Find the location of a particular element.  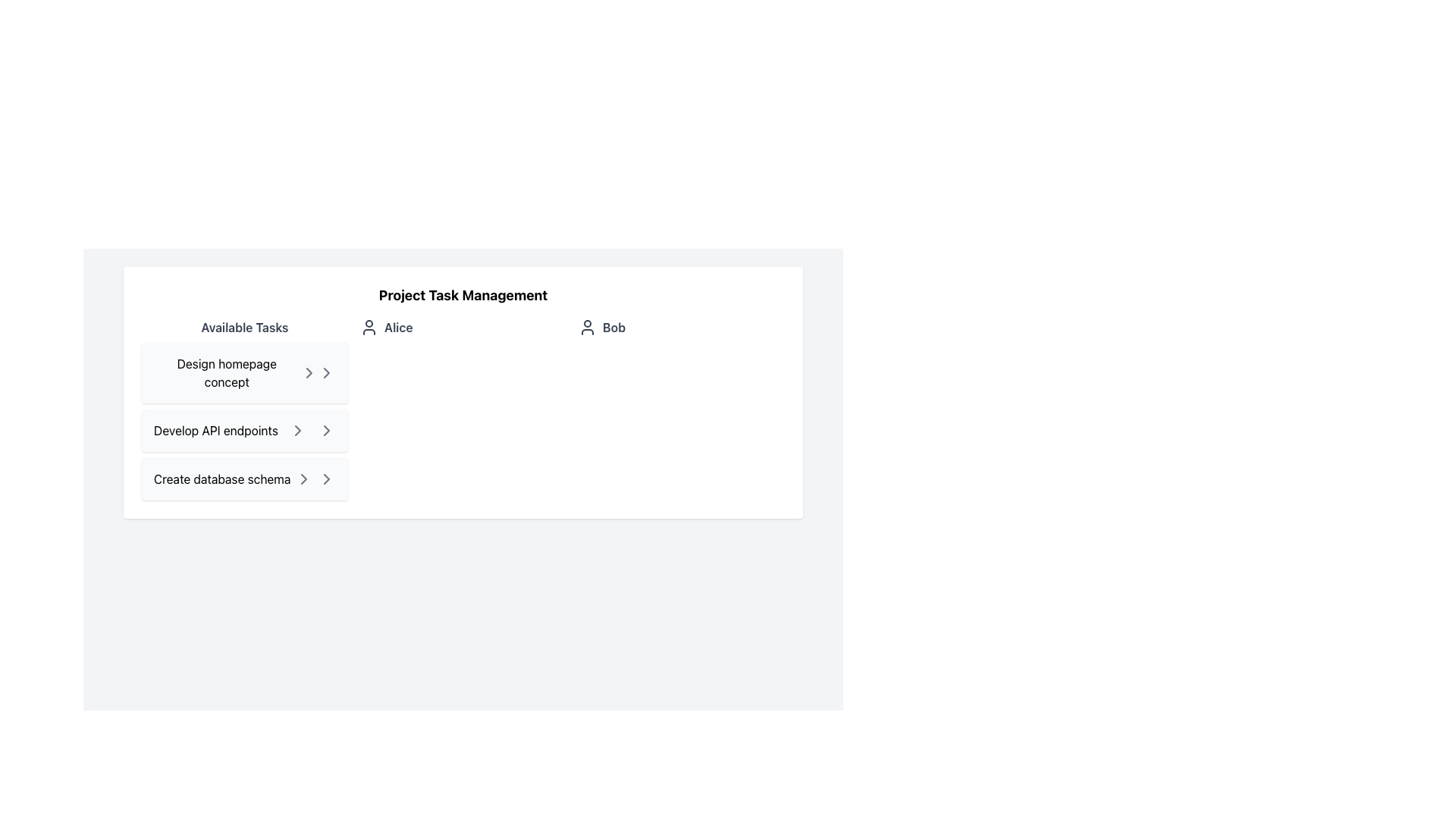

the task item labeled 'Design homepage concept' in the 'Available Tasks' section to emphasize it is located at coordinates (244, 409).